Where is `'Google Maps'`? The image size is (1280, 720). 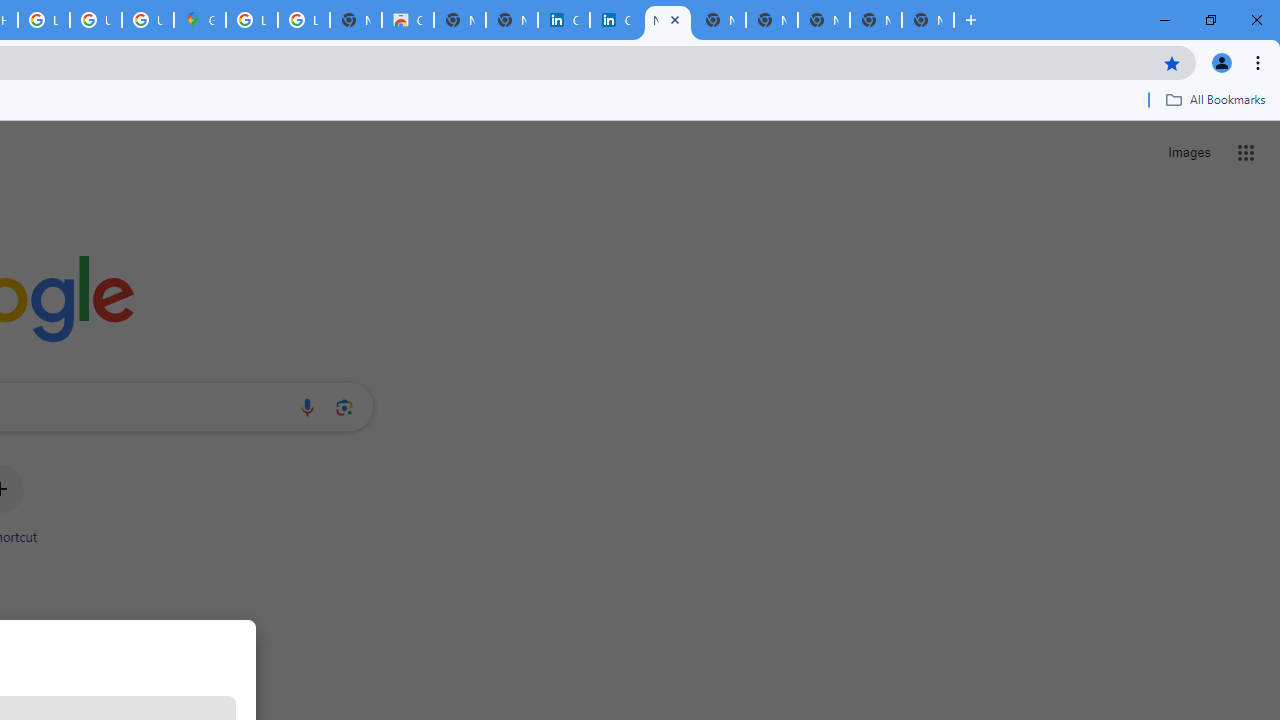
'Google Maps' is located at coordinates (200, 20).